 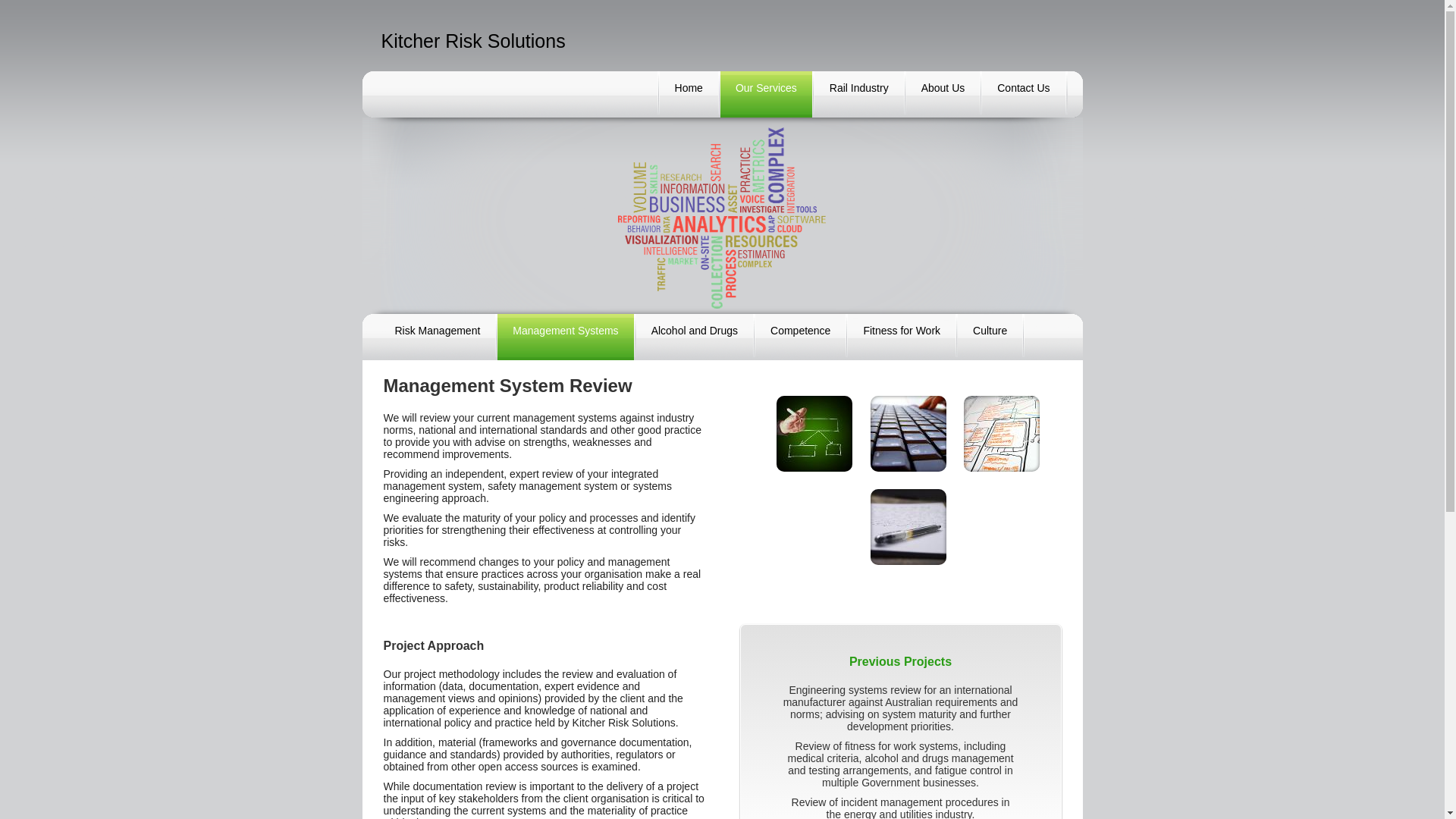 I want to click on 'Home', so click(x=688, y=94).